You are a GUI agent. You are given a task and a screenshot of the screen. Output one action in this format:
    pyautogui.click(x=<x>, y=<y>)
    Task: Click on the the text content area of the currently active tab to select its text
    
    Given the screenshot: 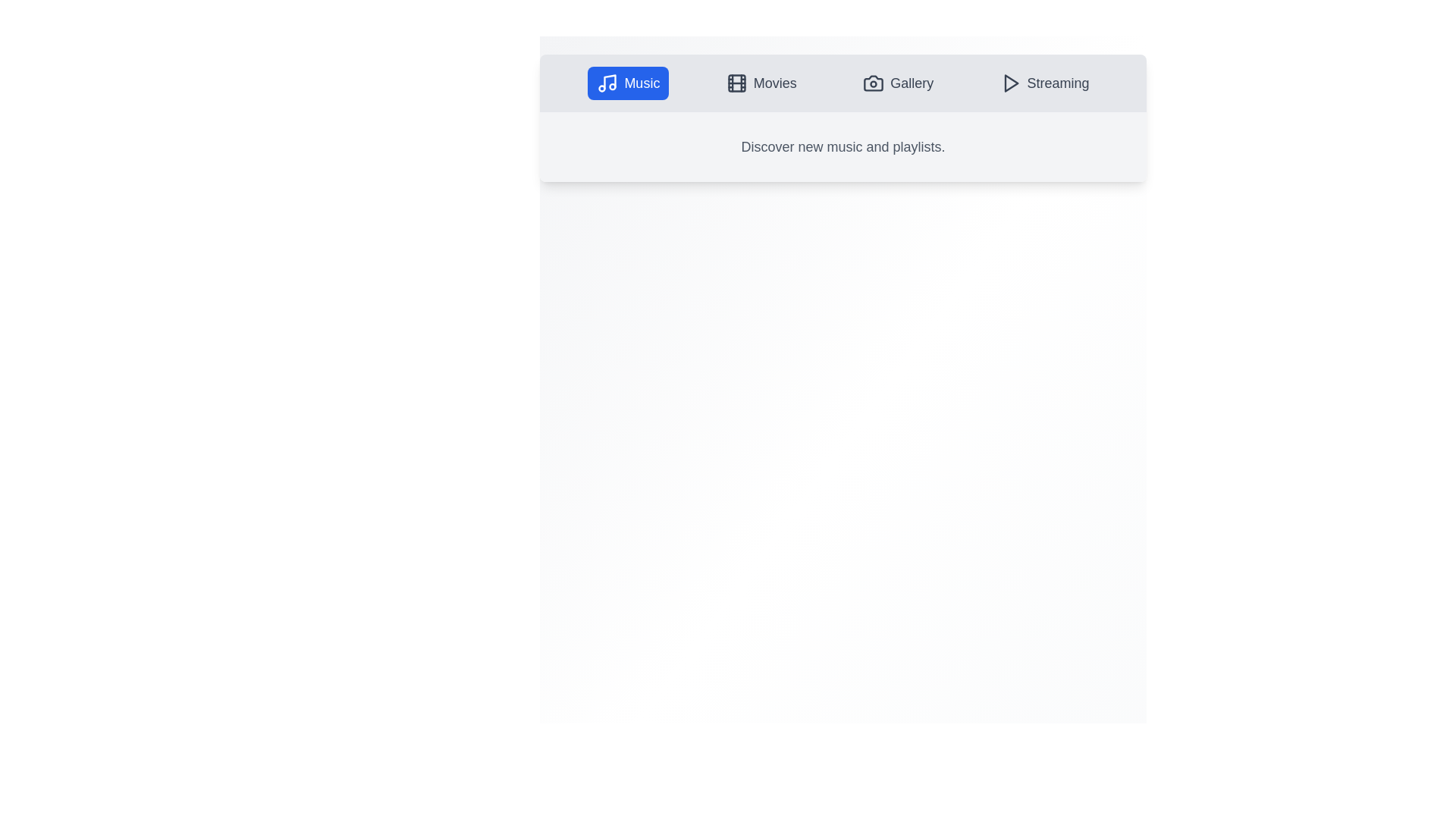 What is the action you would take?
    pyautogui.click(x=843, y=146)
    